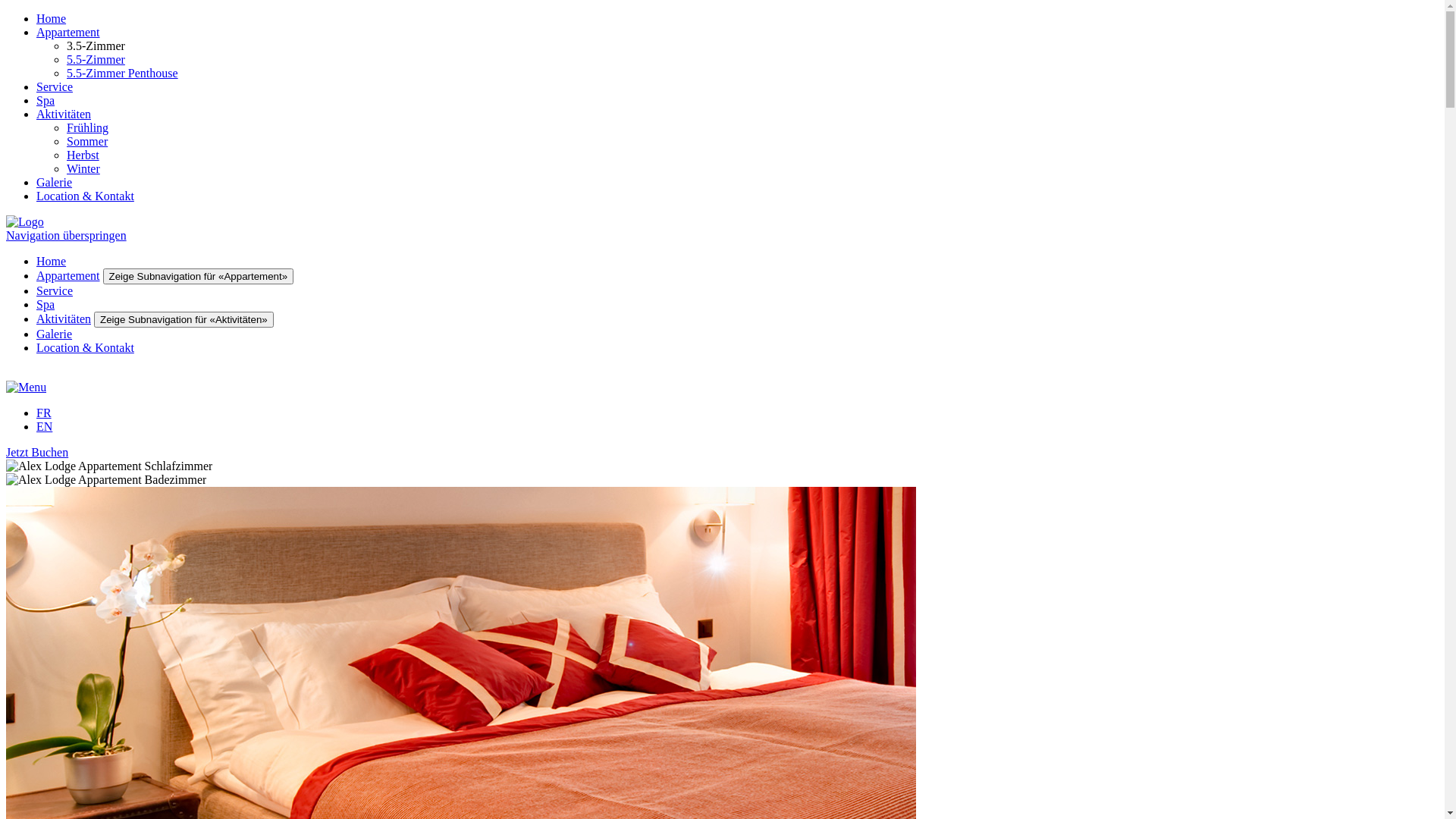 Image resolution: width=1456 pixels, height=819 pixels. I want to click on '5.5-Zimmer Penthouse', so click(65, 73).